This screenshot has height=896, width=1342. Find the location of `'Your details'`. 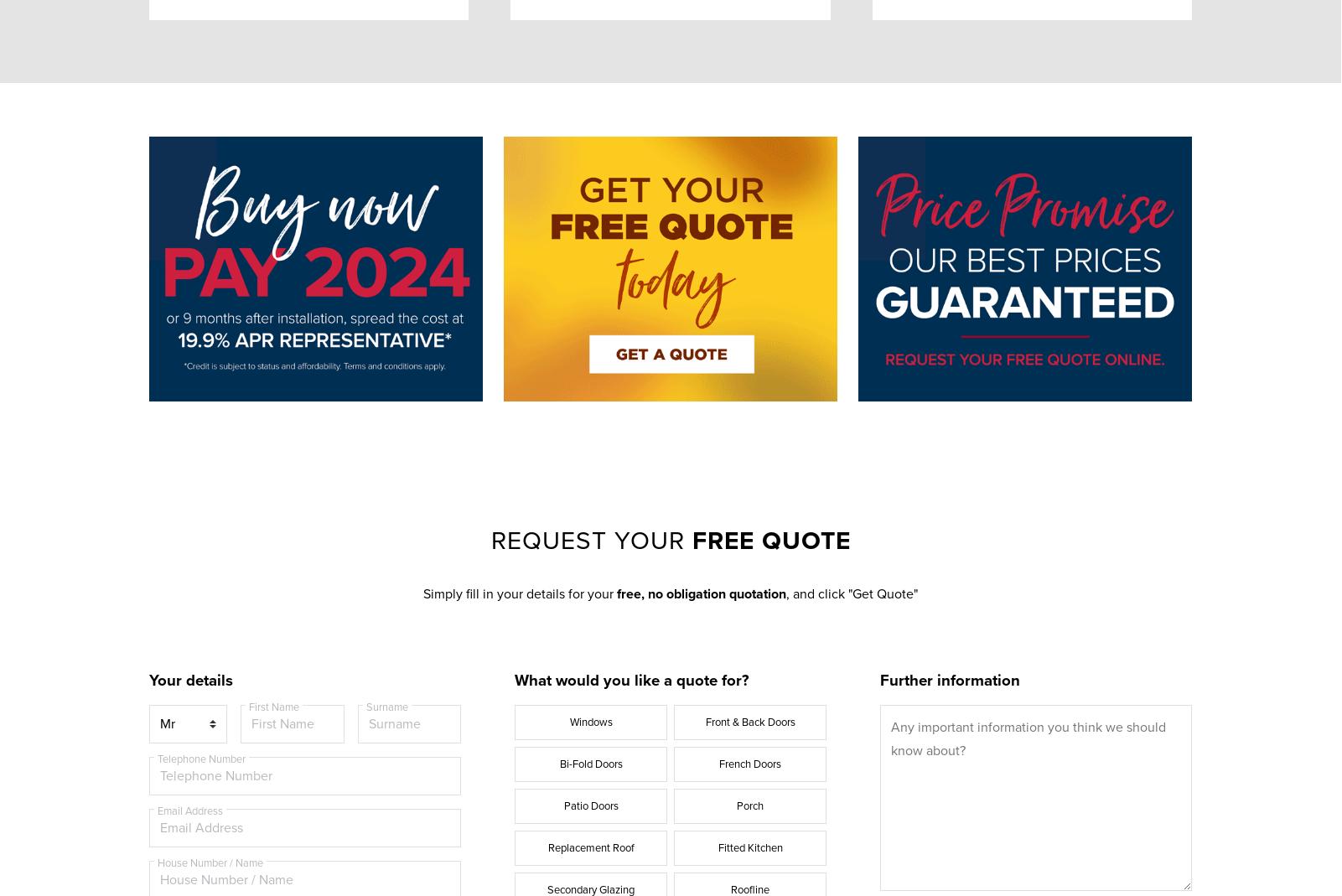

'Your details' is located at coordinates (190, 680).